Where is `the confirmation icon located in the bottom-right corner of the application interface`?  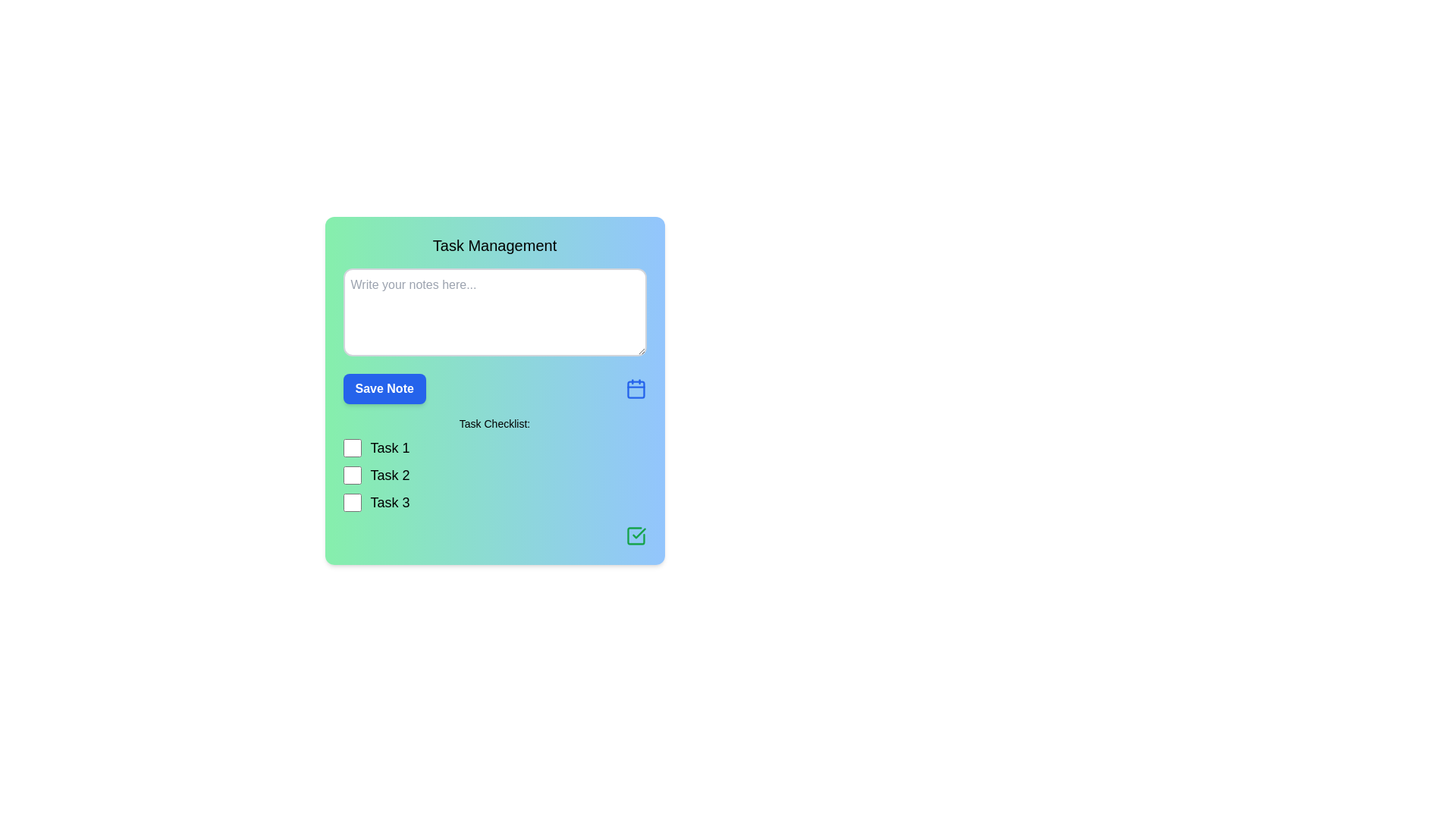 the confirmation icon located in the bottom-right corner of the application interface is located at coordinates (639, 532).